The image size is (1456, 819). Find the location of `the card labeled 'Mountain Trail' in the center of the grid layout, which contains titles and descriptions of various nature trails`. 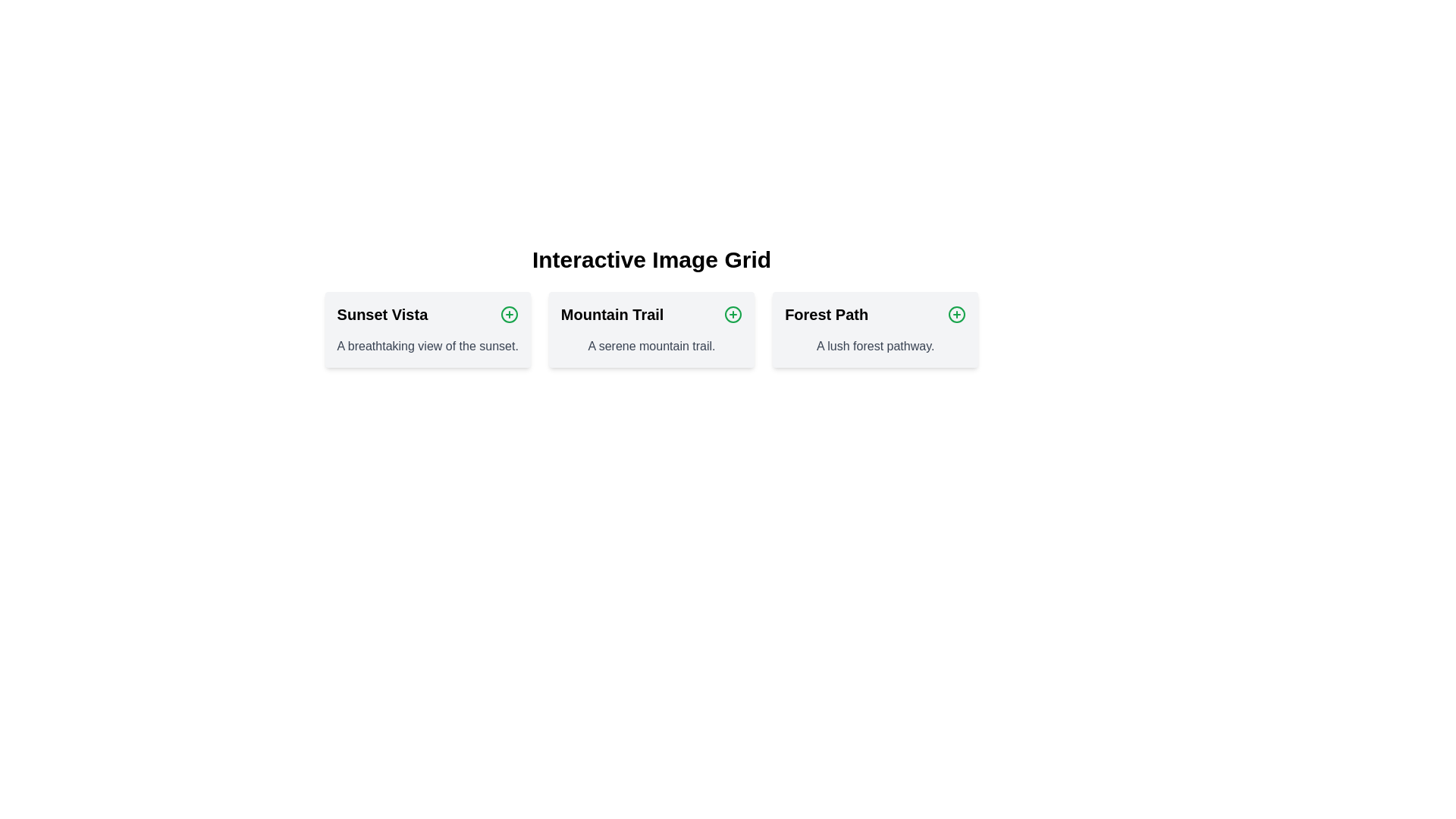

the card labeled 'Mountain Trail' in the center of the grid layout, which contains titles and descriptions of various nature trails is located at coordinates (651, 329).